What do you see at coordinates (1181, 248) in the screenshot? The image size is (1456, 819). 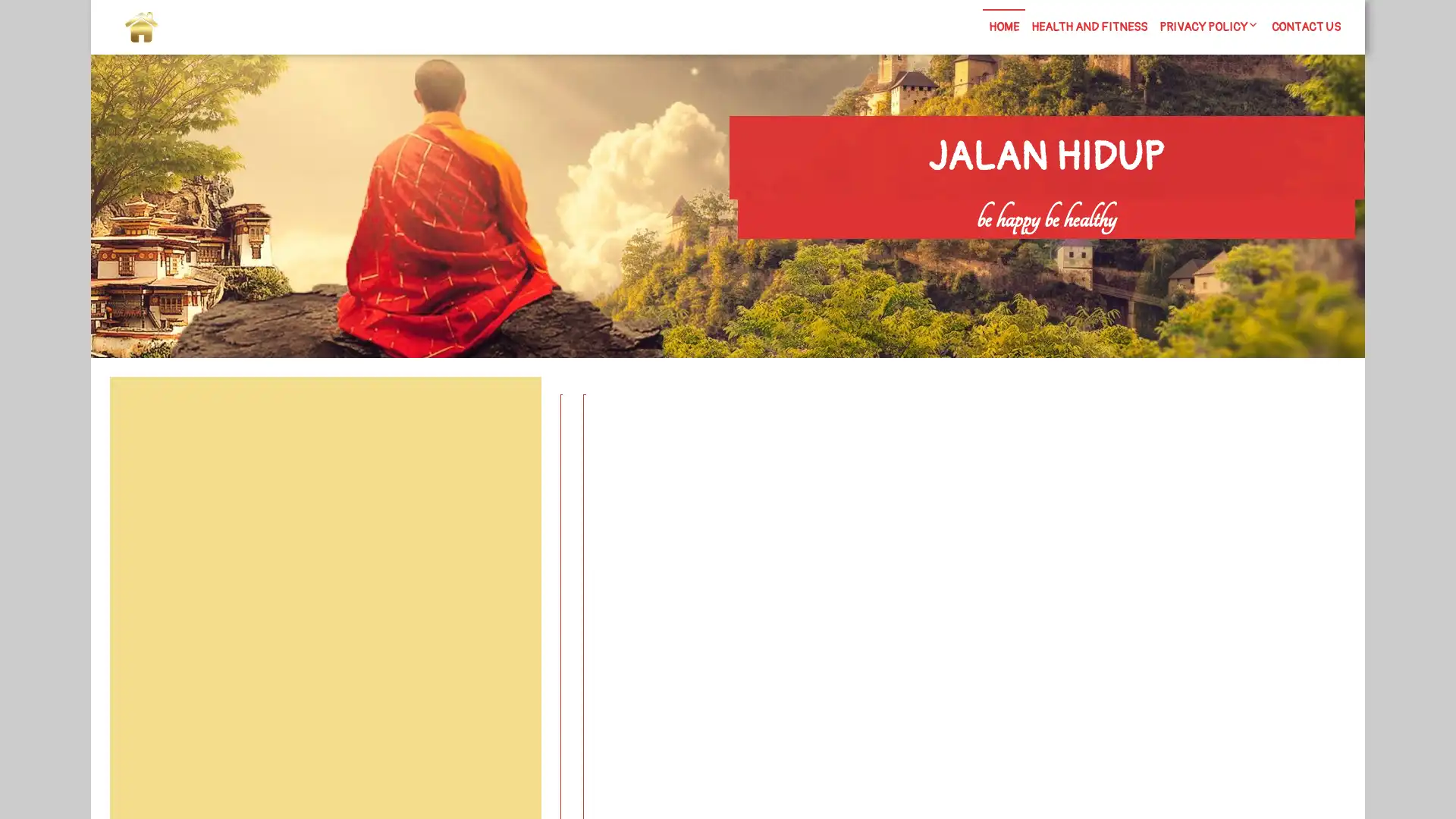 I see `Search` at bounding box center [1181, 248].